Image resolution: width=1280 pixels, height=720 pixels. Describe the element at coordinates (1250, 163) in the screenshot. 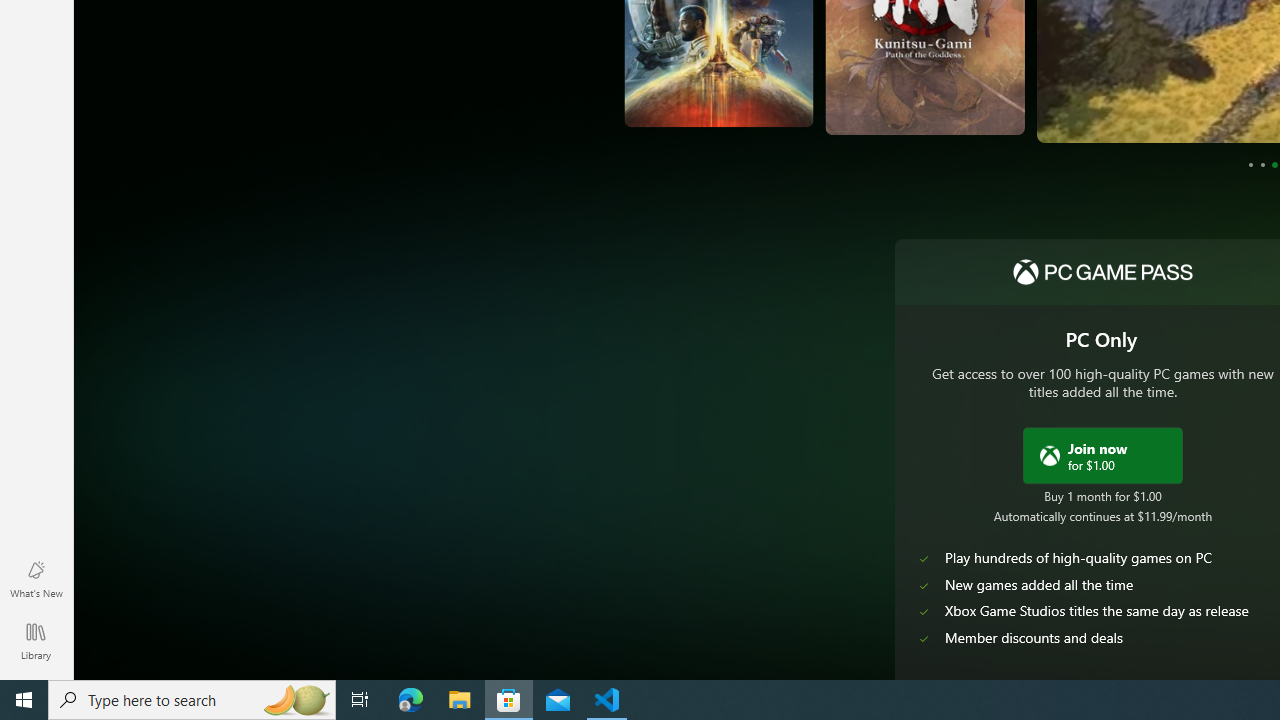

I see `'Page 1'` at that location.